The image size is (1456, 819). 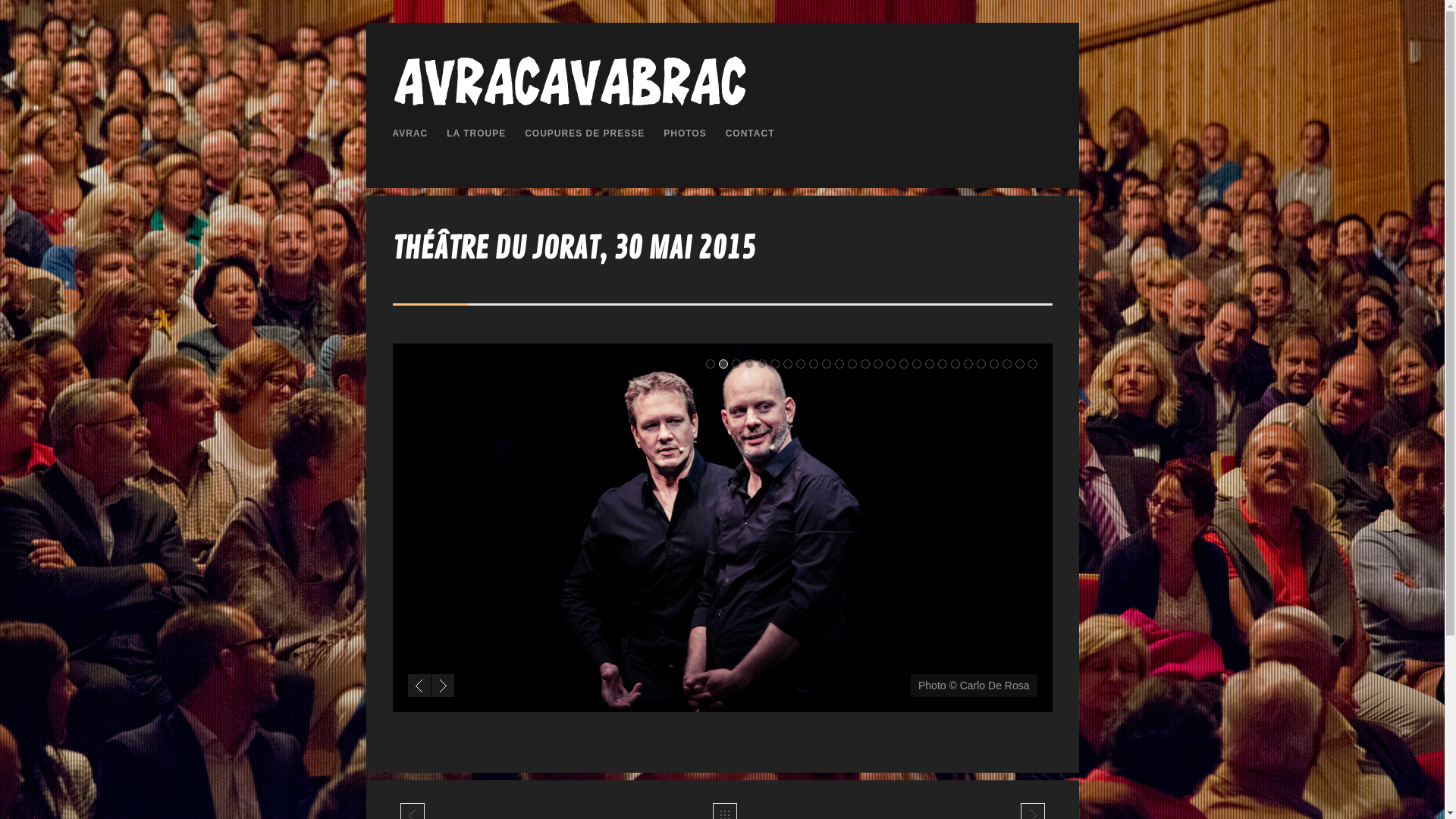 What do you see at coordinates (795, 363) in the screenshot?
I see `'8'` at bounding box center [795, 363].